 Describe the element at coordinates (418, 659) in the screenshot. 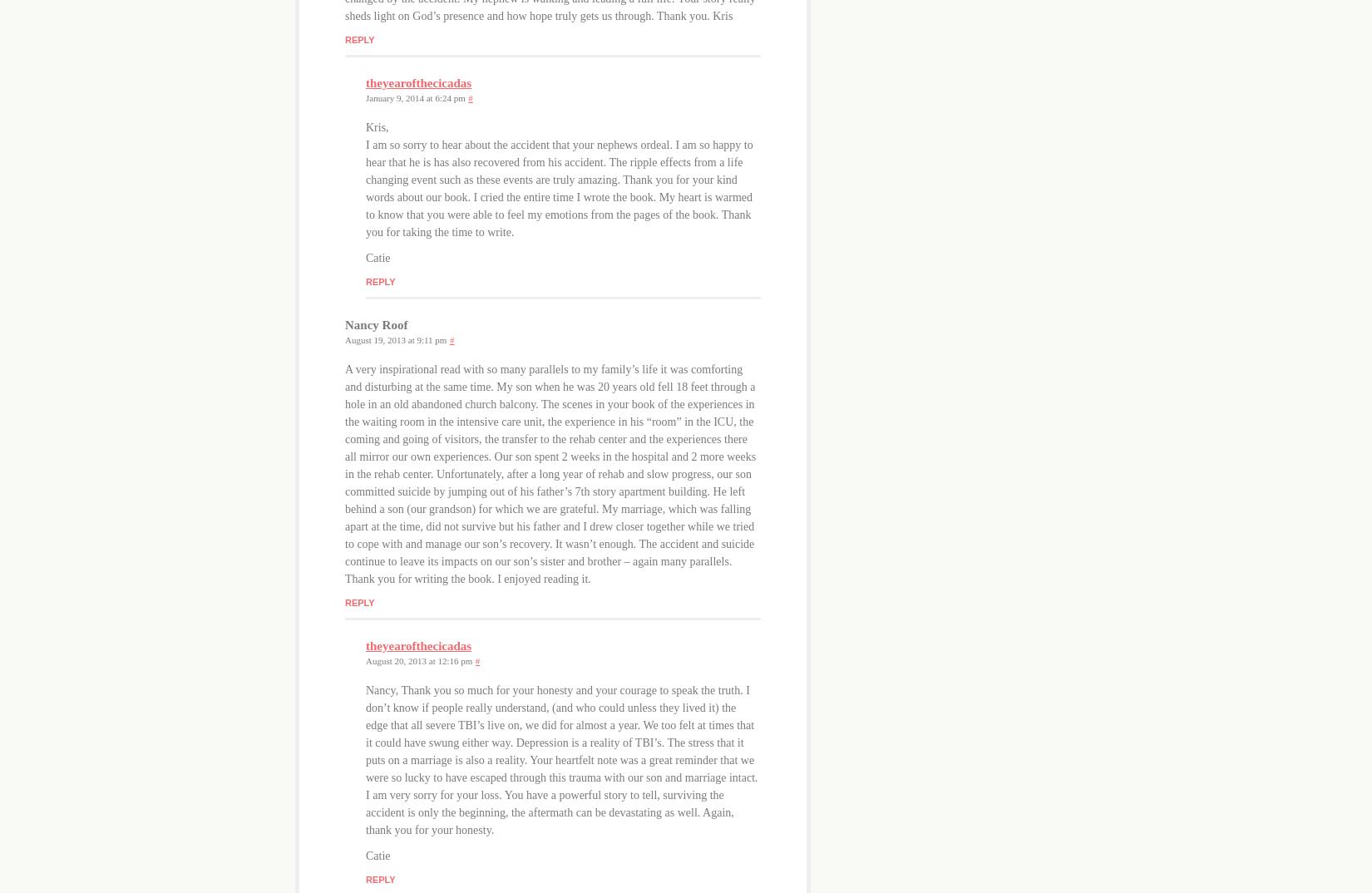

I see `'August 20, 2013 at 12:16 pm'` at that location.